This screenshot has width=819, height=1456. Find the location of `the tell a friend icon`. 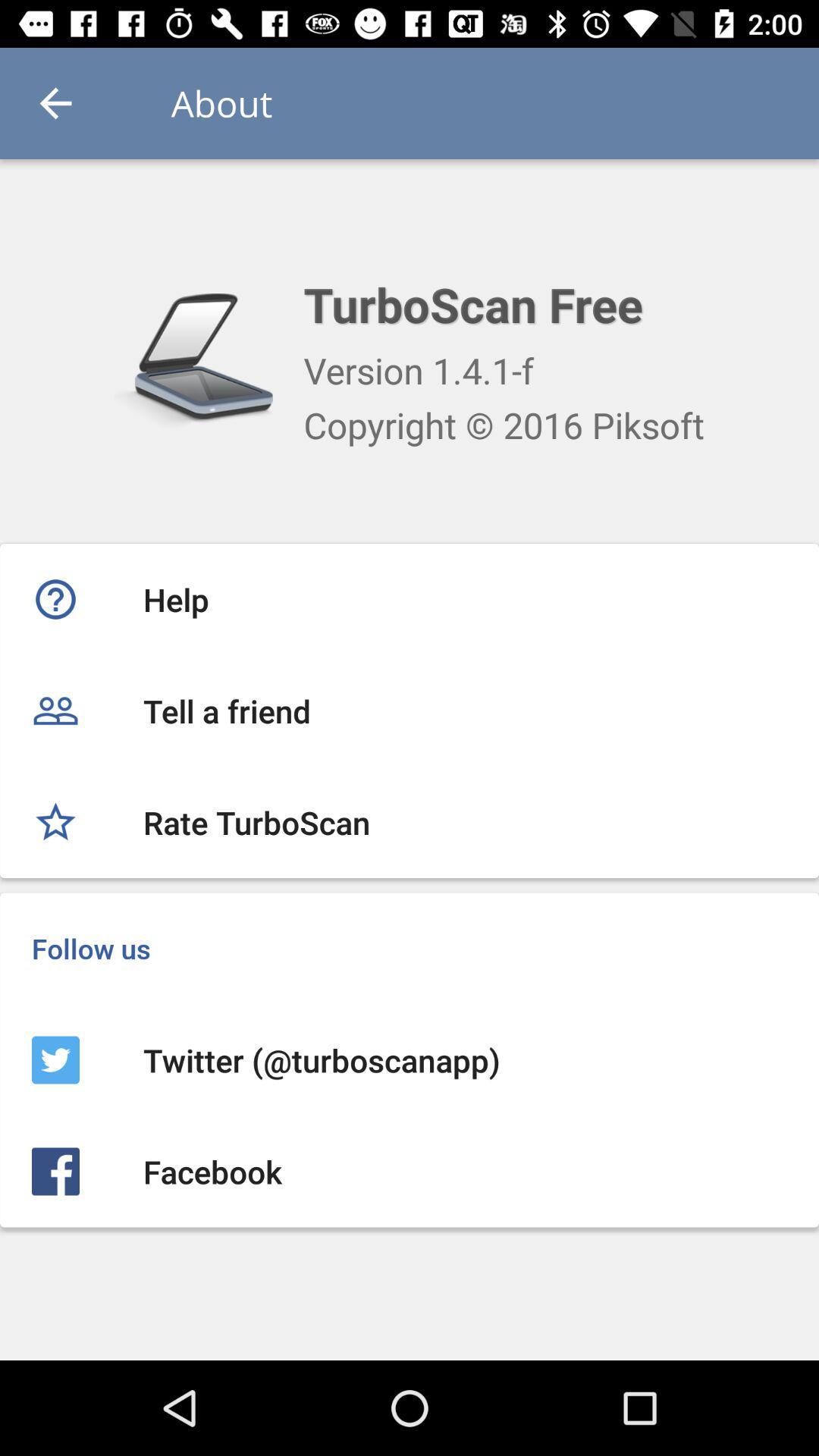

the tell a friend icon is located at coordinates (409, 710).